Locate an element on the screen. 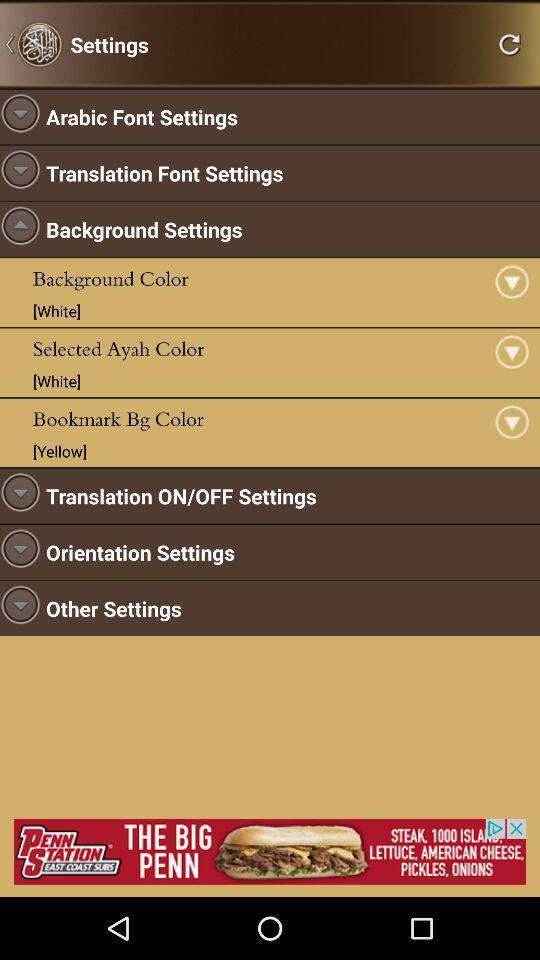 This screenshot has height=960, width=540. advertisement area is located at coordinates (270, 850).